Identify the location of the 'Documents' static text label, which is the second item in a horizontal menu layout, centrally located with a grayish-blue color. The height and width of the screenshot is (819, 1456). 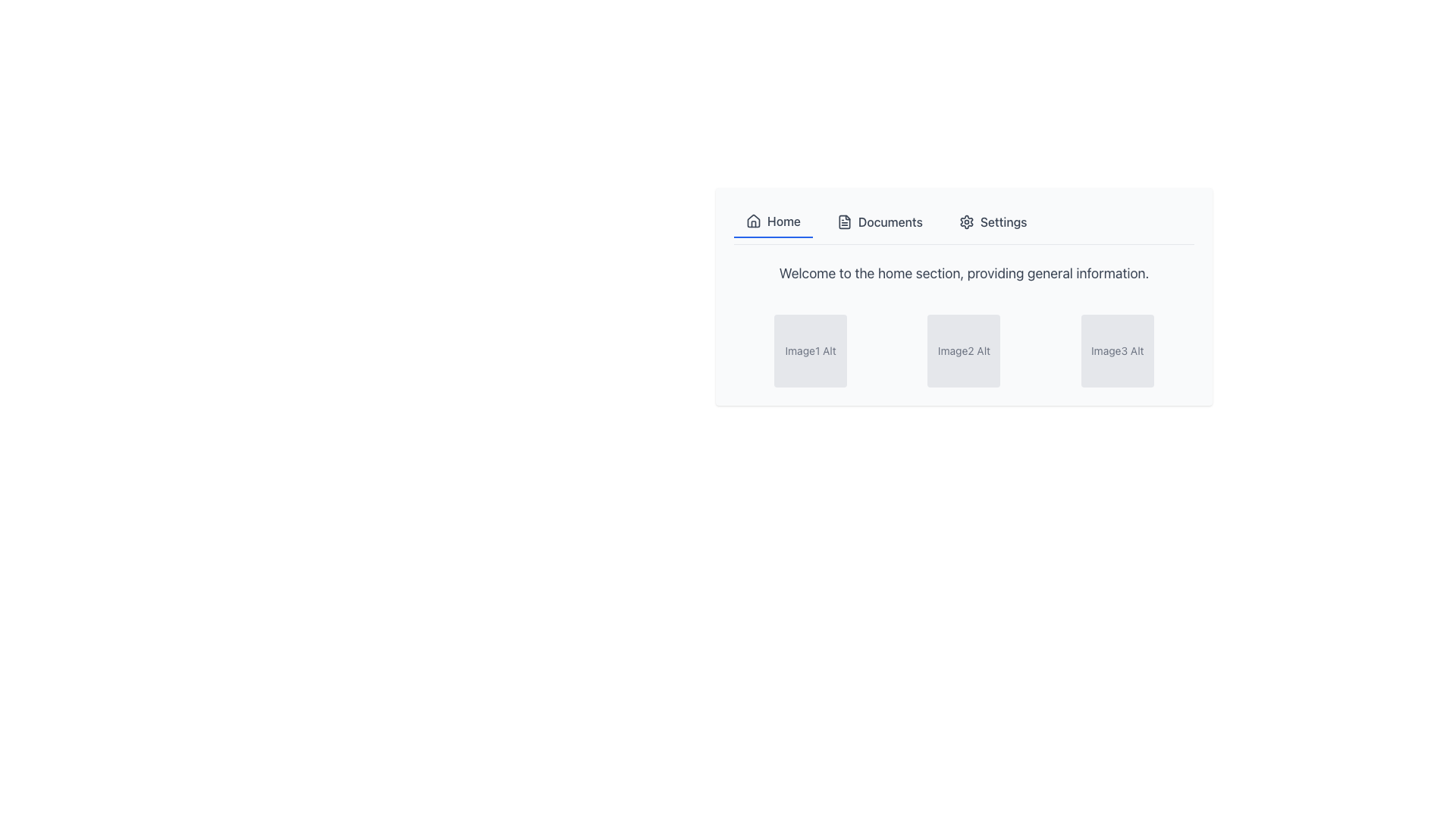
(890, 222).